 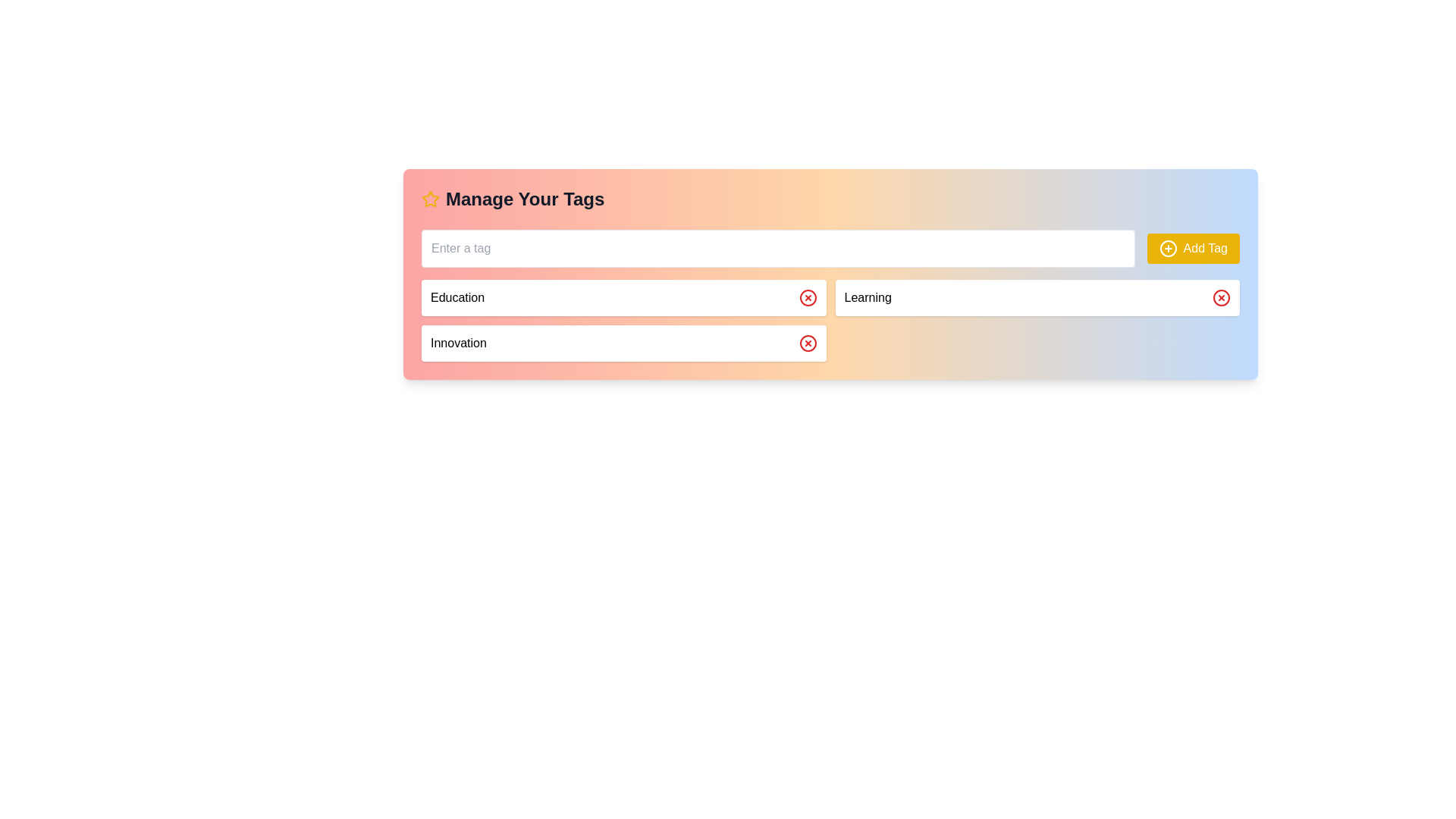 I want to click on the button located to the right side of the text input field to initiate the process of adding a new tag, so click(x=1192, y=247).